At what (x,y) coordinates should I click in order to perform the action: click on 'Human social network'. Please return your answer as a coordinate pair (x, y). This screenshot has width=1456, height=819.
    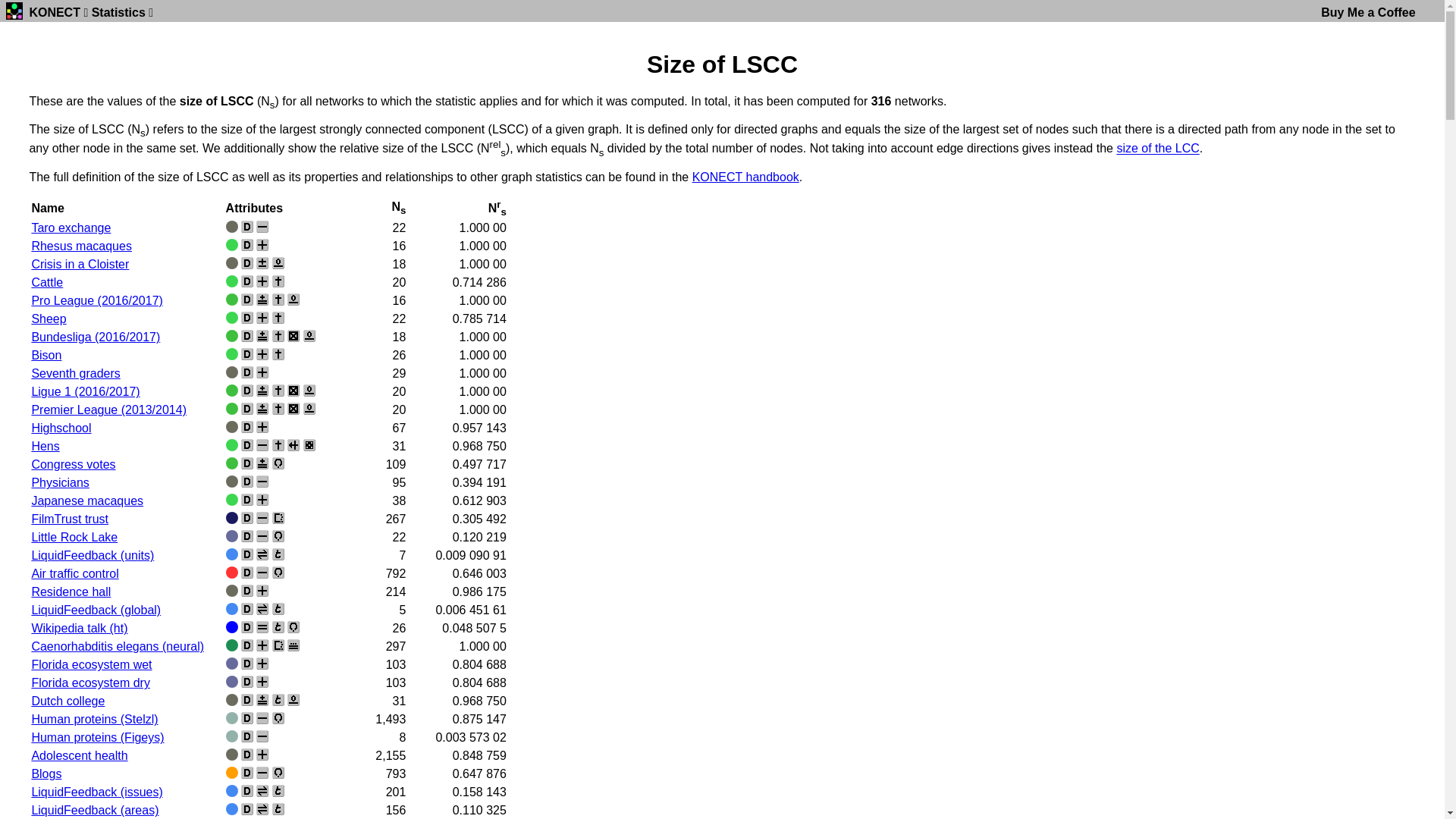
    Looking at the image, I should click on (231, 427).